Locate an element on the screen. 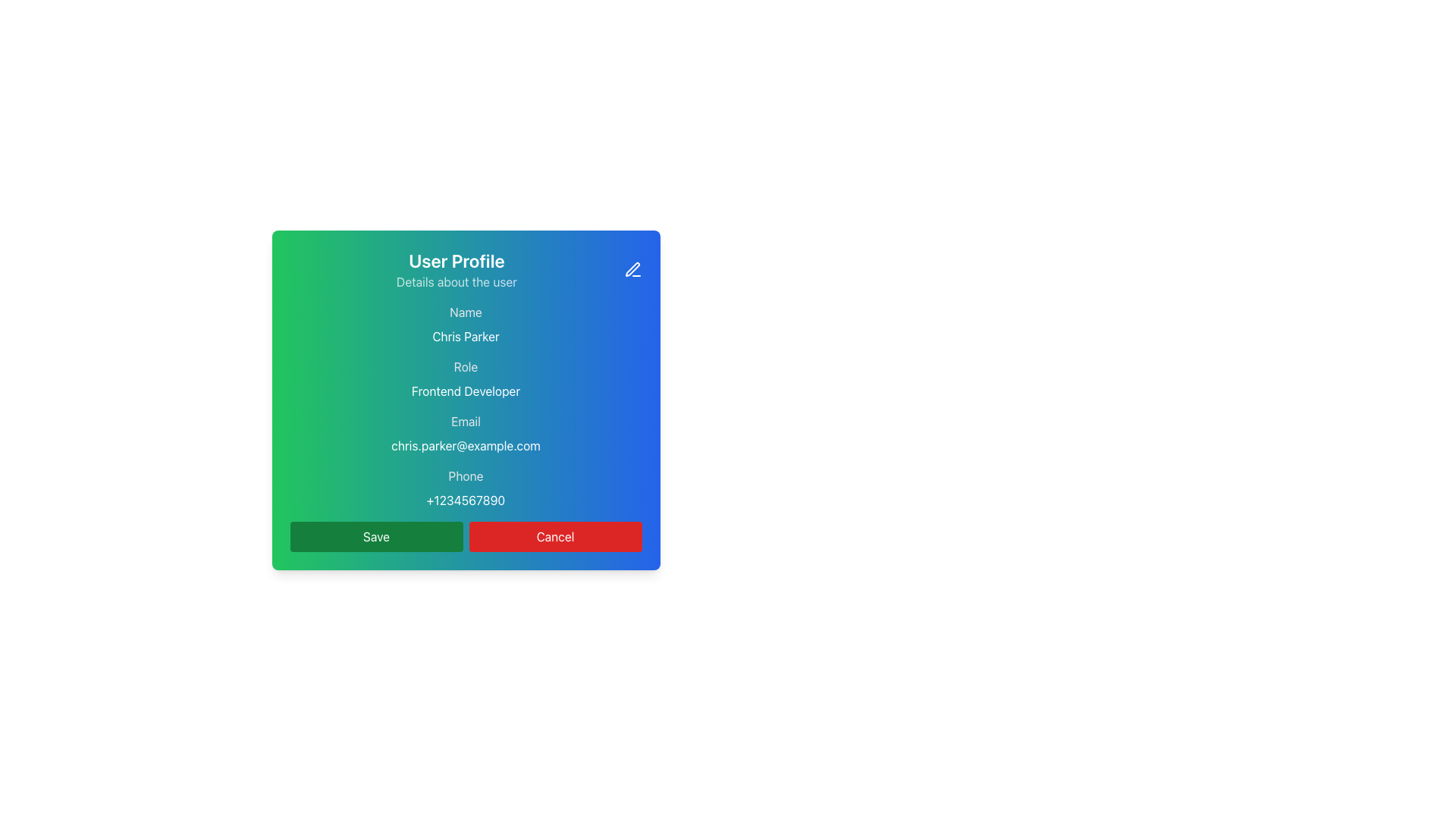 The width and height of the screenshot is (1456, 819). the text label indicating the user's role 'Frontend Developer' which is located in the 'User Profile' section, positioned above the text 'Frontend Developer' and below the name 'Chris Parker' is located at coordinates (465, 366).